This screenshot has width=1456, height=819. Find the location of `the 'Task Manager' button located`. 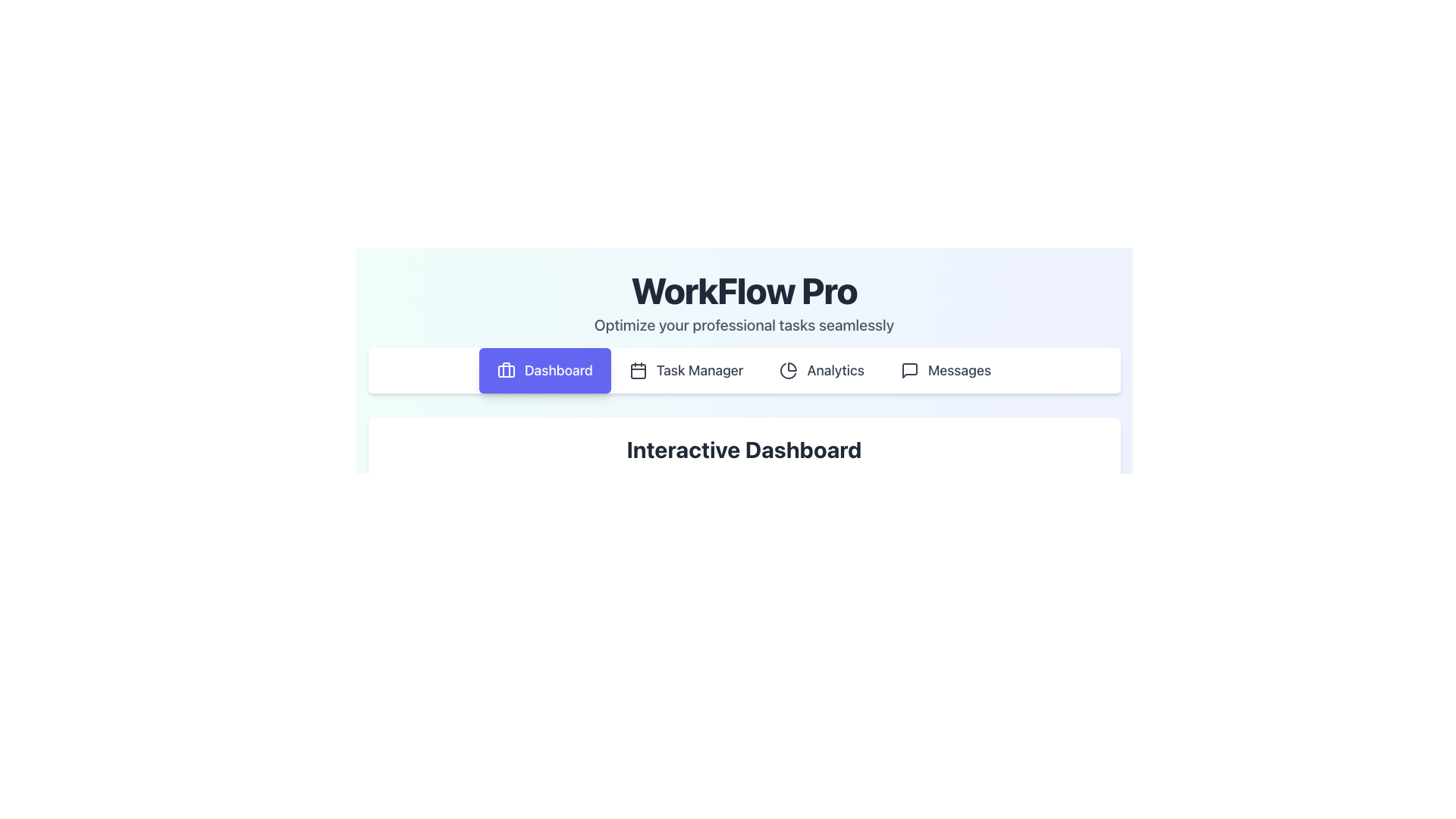

the 'Task Manager' button located is located at coordinates (686, 371).